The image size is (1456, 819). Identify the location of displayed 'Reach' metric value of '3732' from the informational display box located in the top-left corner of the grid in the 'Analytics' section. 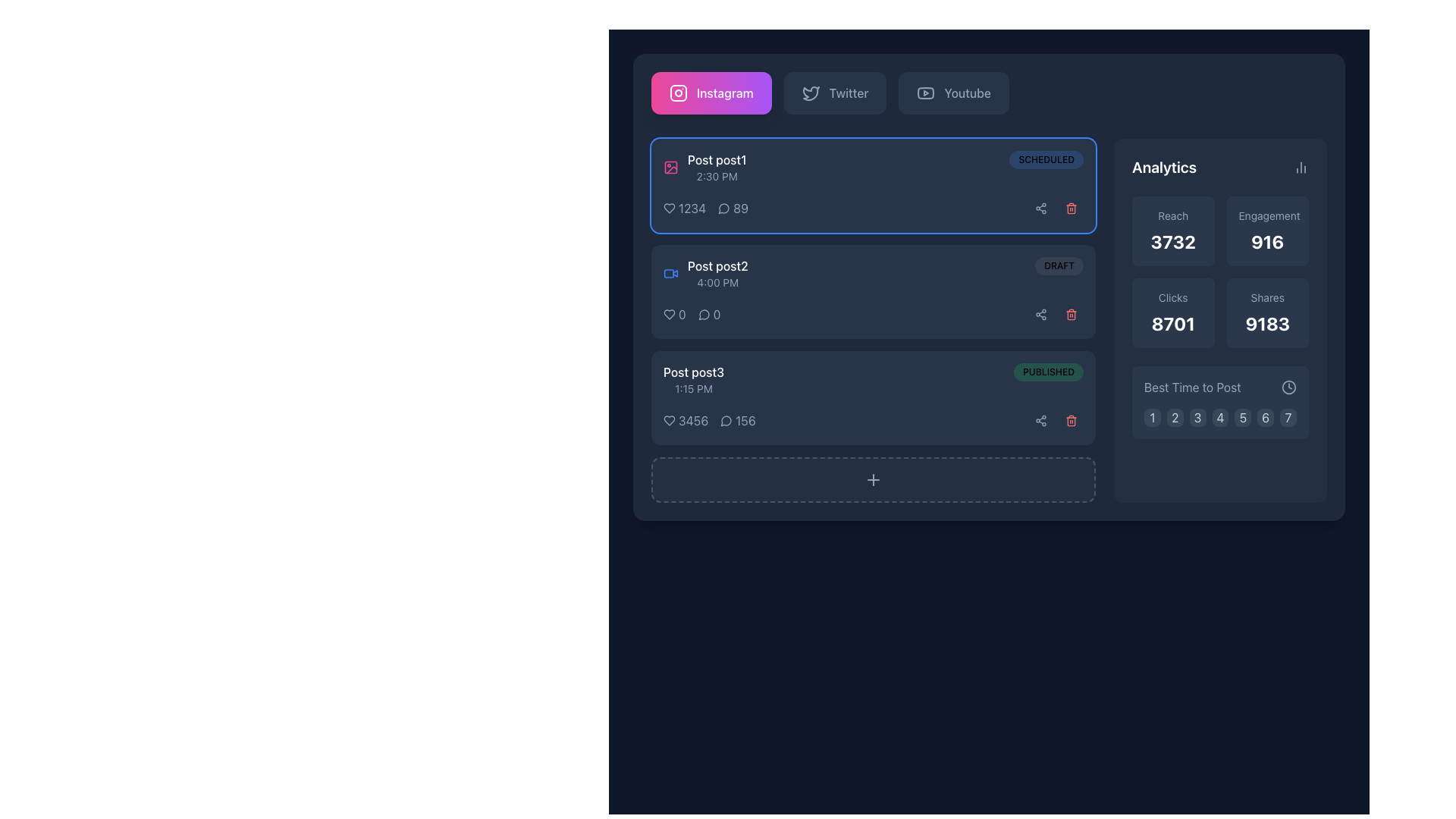
(1172, 231).